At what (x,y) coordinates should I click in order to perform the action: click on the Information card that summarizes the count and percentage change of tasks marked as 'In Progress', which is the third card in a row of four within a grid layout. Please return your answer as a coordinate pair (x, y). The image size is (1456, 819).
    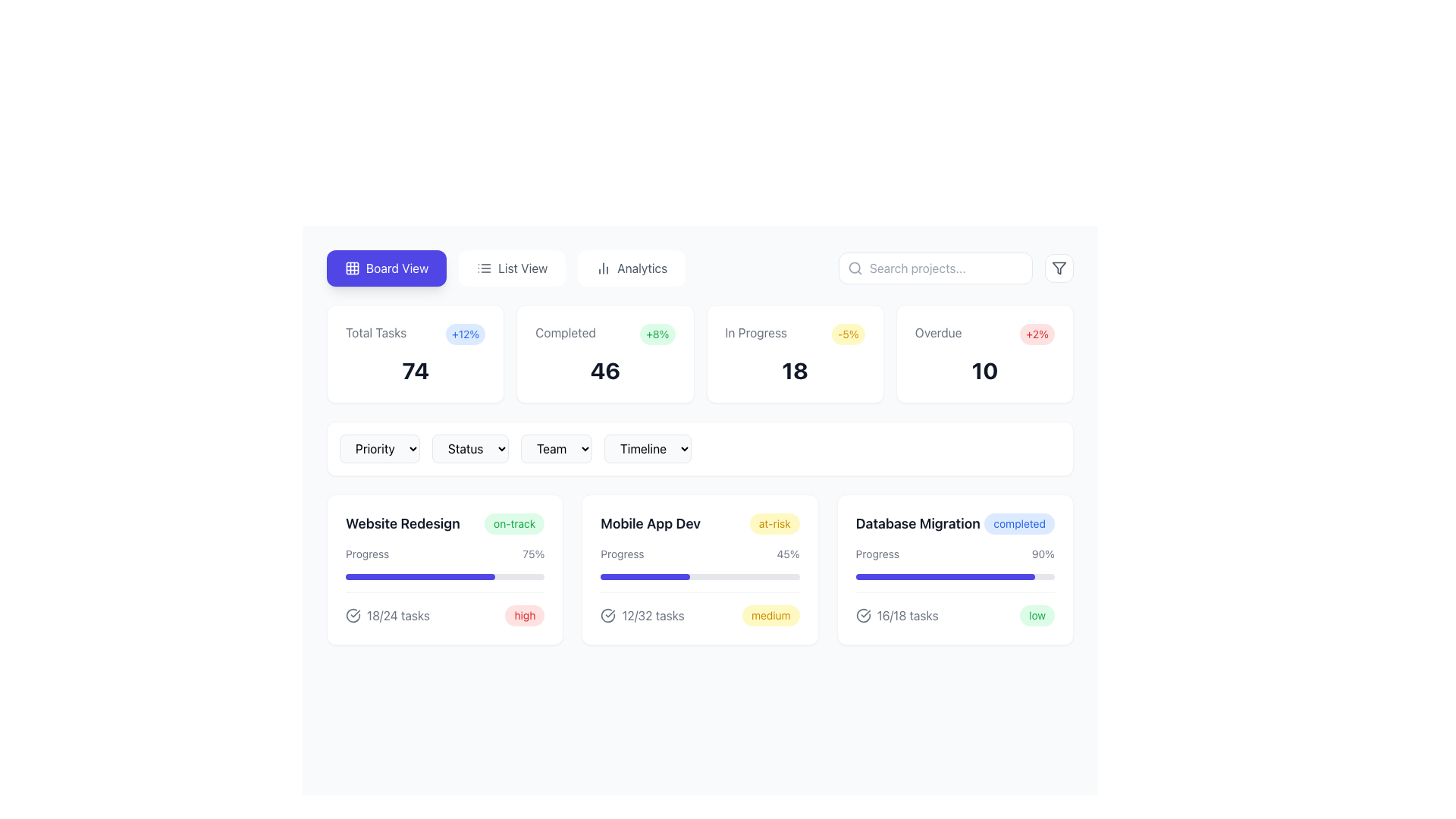
    Looking at the image, I should click on (794, 353).